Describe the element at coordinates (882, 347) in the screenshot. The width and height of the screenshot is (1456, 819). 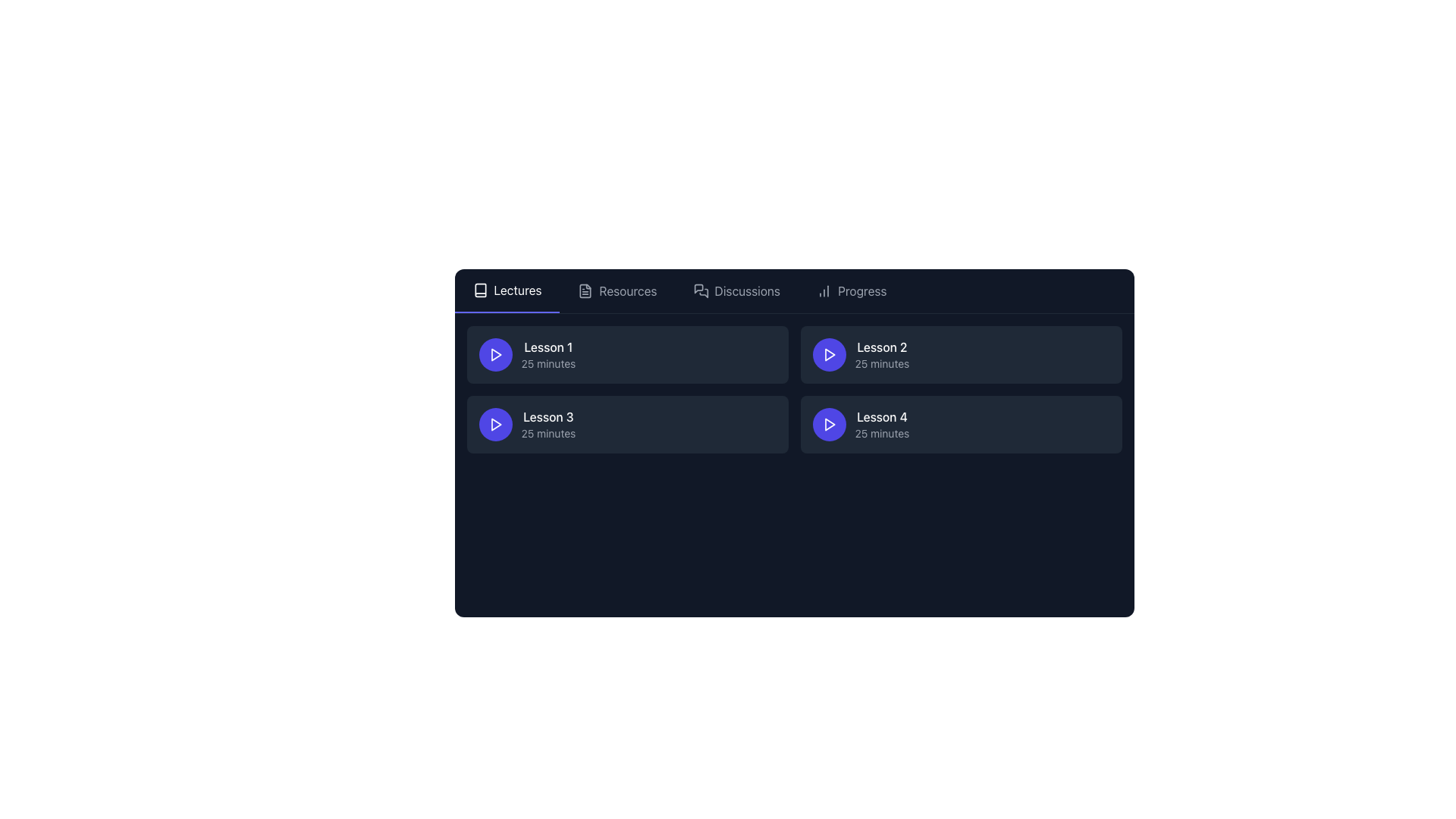
I see `the text label reading 'Lesson 2' which is styled with white text in a medium font weight, located in the top-right section of a dark-themed grid layout` at that location.